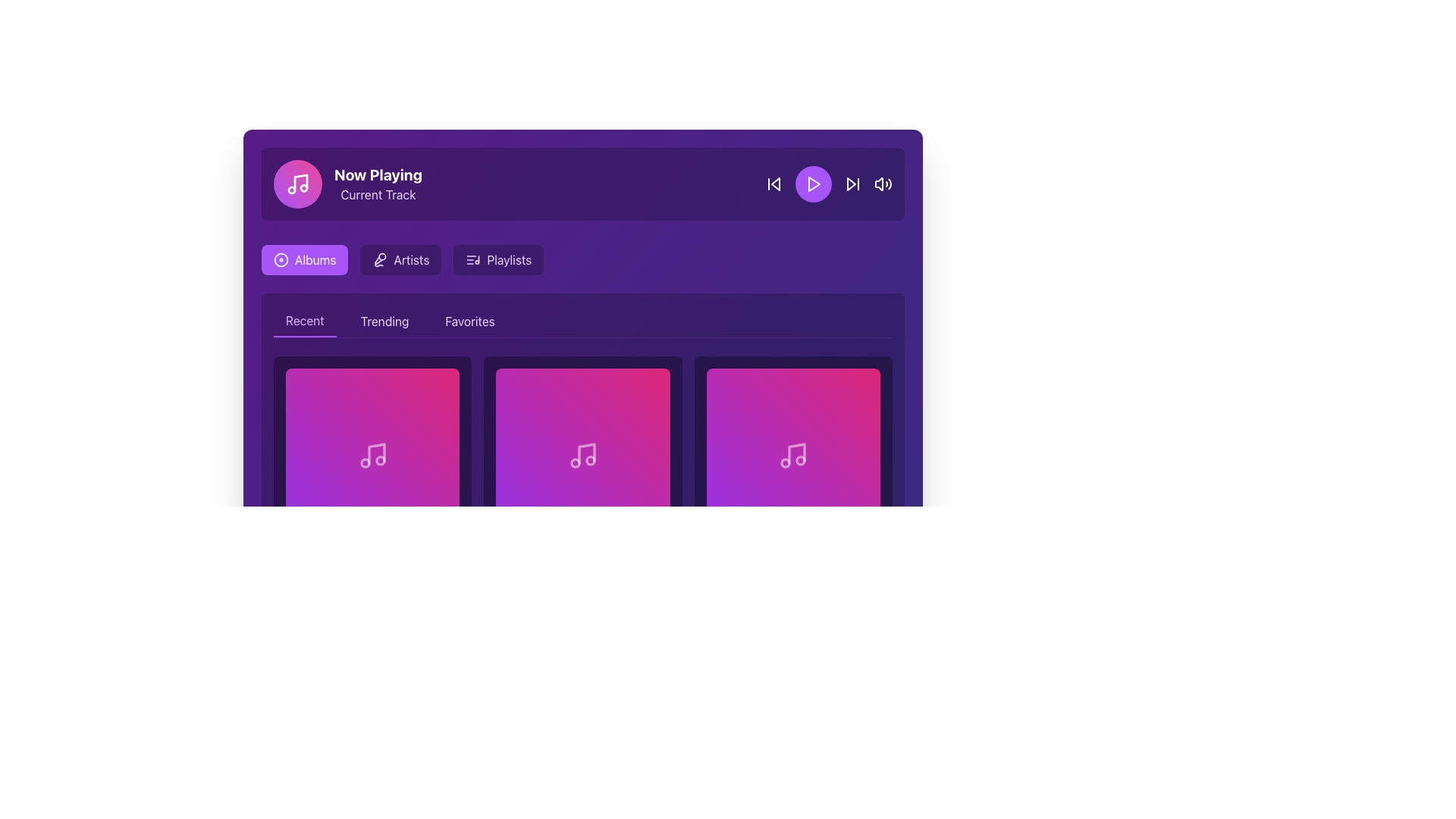 This screenshot has height=819, width=1456. I want to click on the decorative square element with a gradient background and a music note icon at its center, located under the 'Recent' tab of the 'Albums' section, specifically the second square from the left in the grid's row, so click(582, 454).